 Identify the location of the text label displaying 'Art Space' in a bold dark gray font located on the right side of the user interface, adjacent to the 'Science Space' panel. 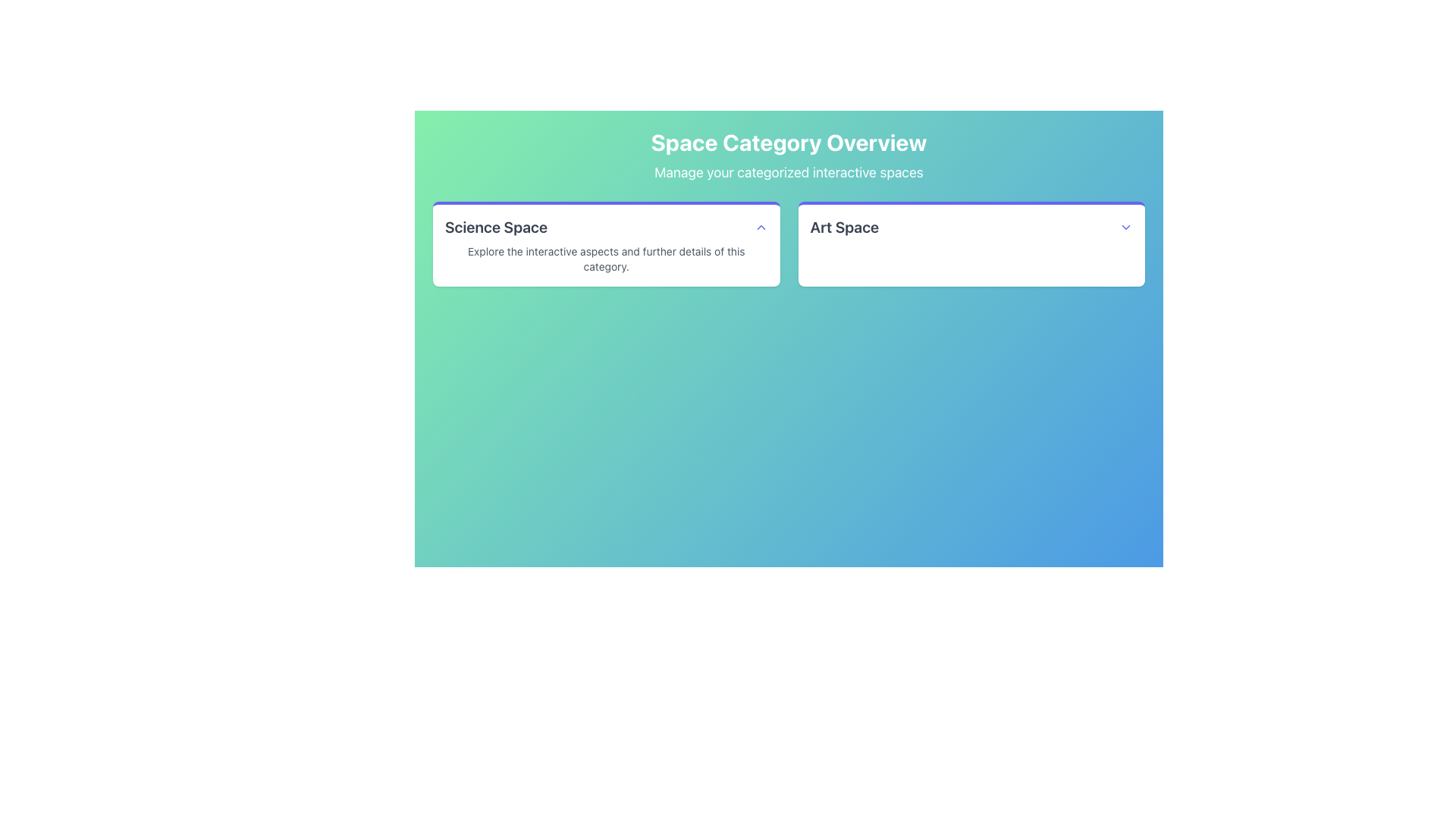
(843, 227).